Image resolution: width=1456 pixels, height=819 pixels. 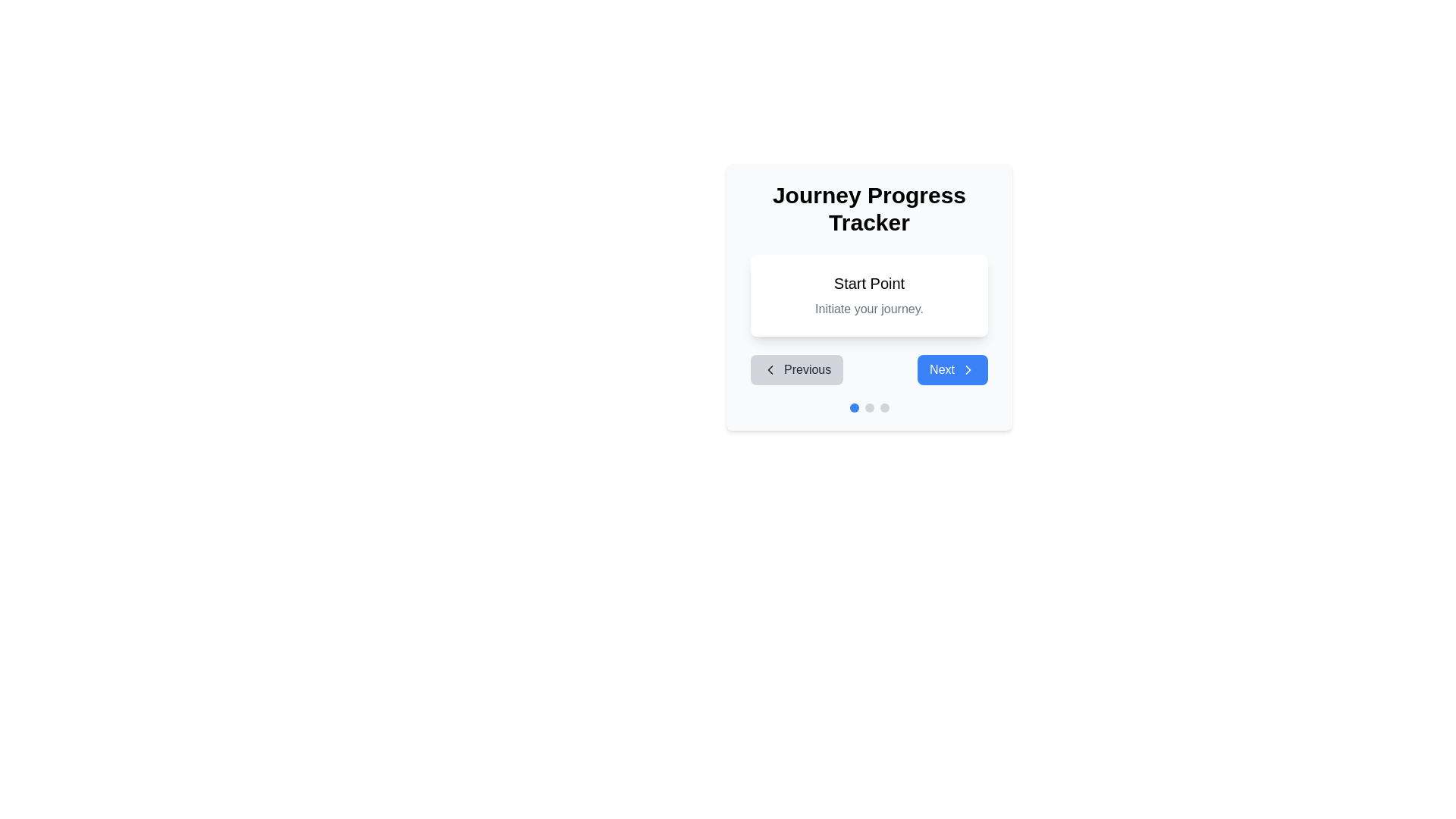 I want to click on the navigation buttons in the Navigation group located near the bottom of the interface, so click(x=869, y=370).